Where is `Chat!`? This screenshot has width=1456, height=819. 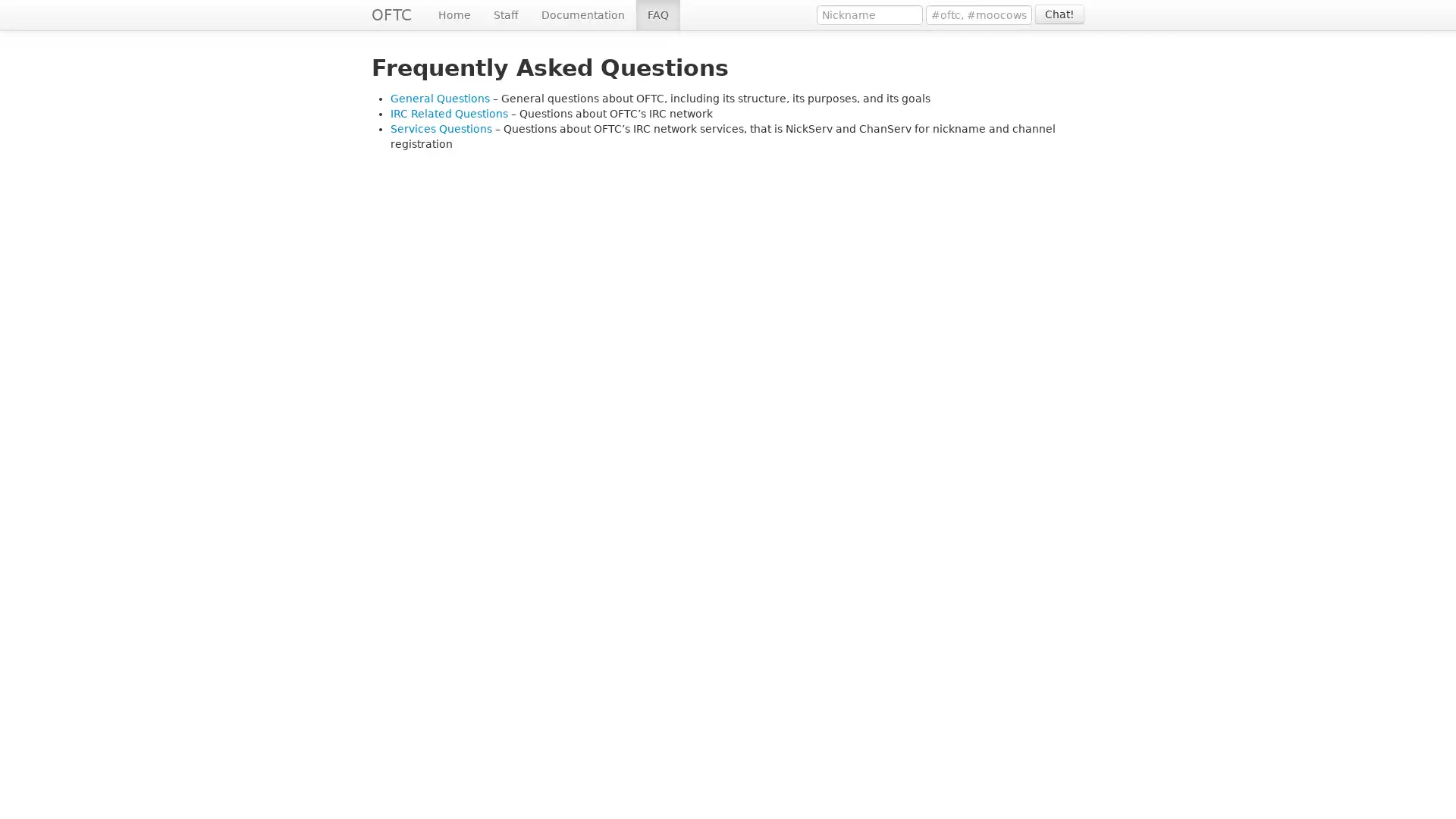
Chat! is located at coordinates (1059, 14).